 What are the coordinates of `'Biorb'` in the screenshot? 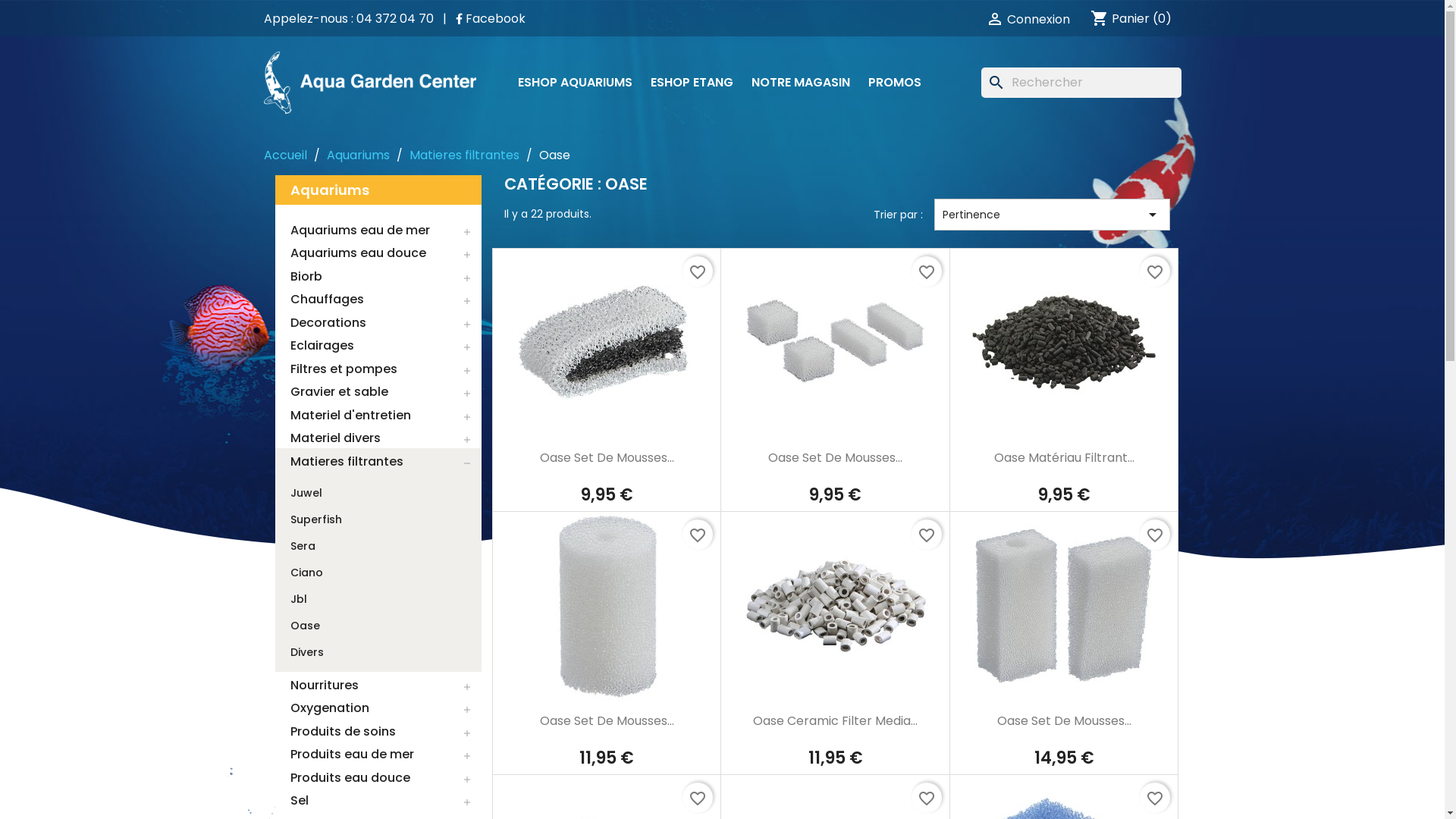 It's located at (378, 277).